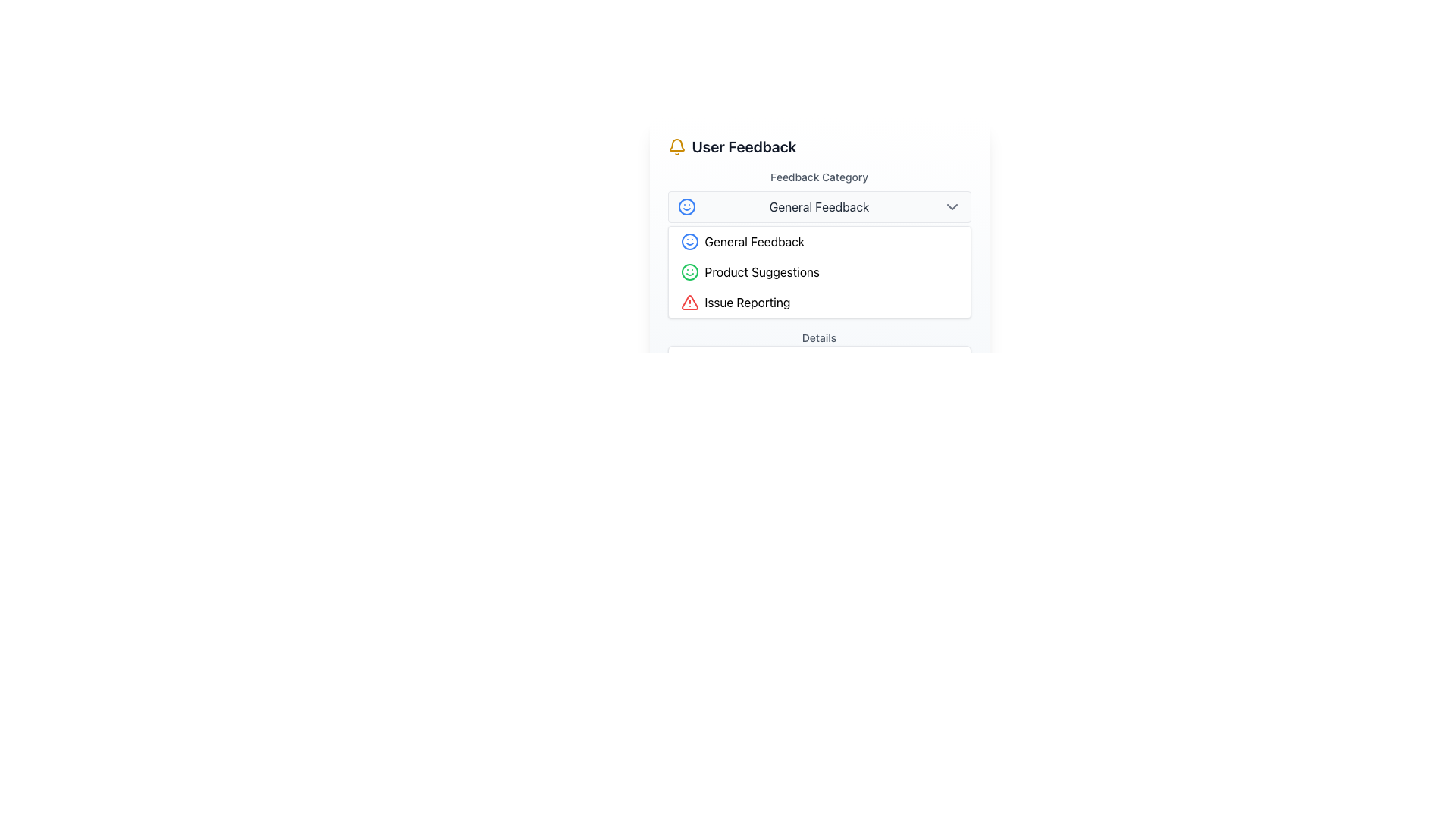  I want to click on the text 'Issue Reporting' option in the selection list, so click(747, 302).